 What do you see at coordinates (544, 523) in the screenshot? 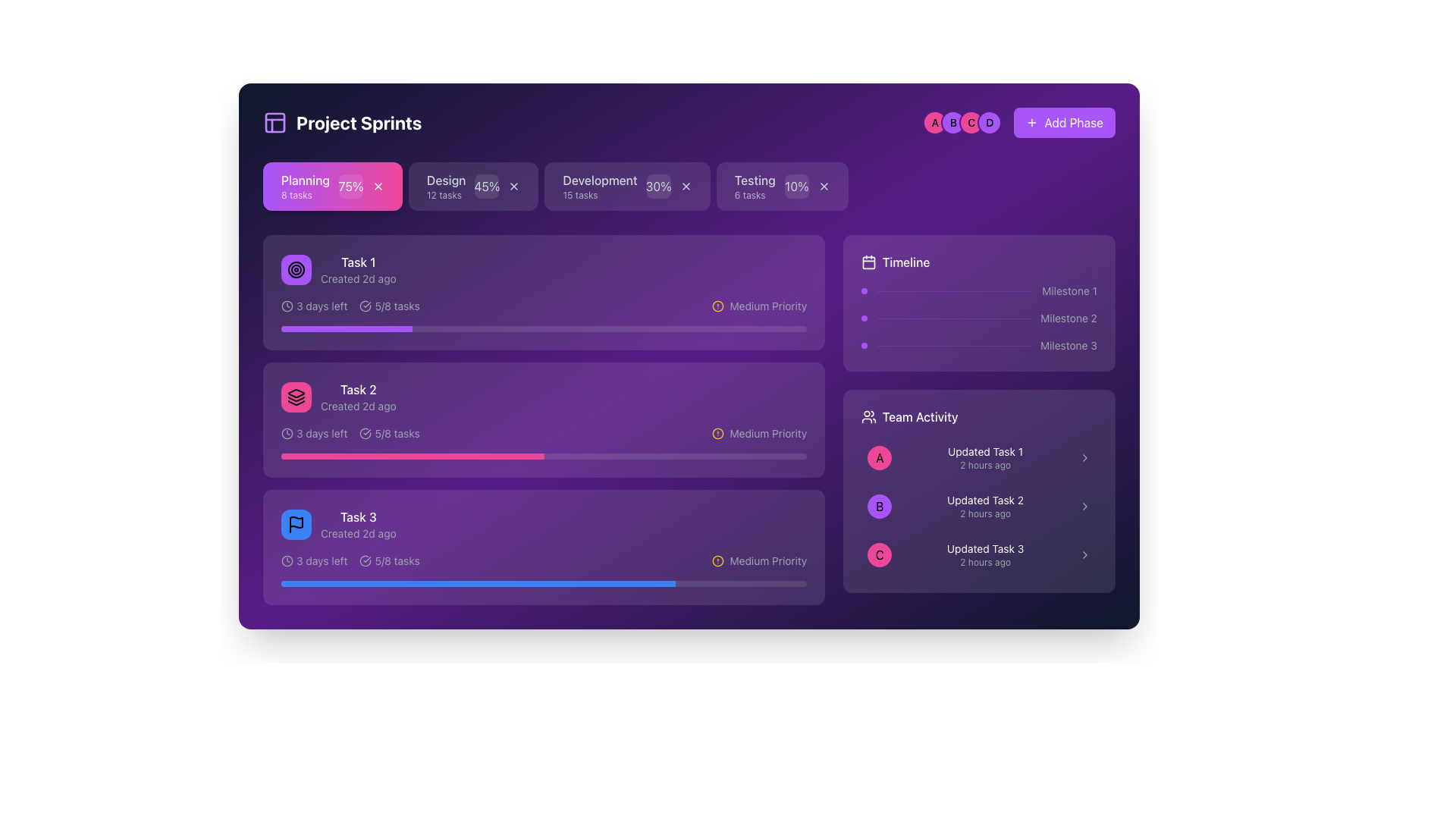
I see `the task overview row for 'Task 3' in the 'Project Sprints' section` at bounding box center [544, 523].